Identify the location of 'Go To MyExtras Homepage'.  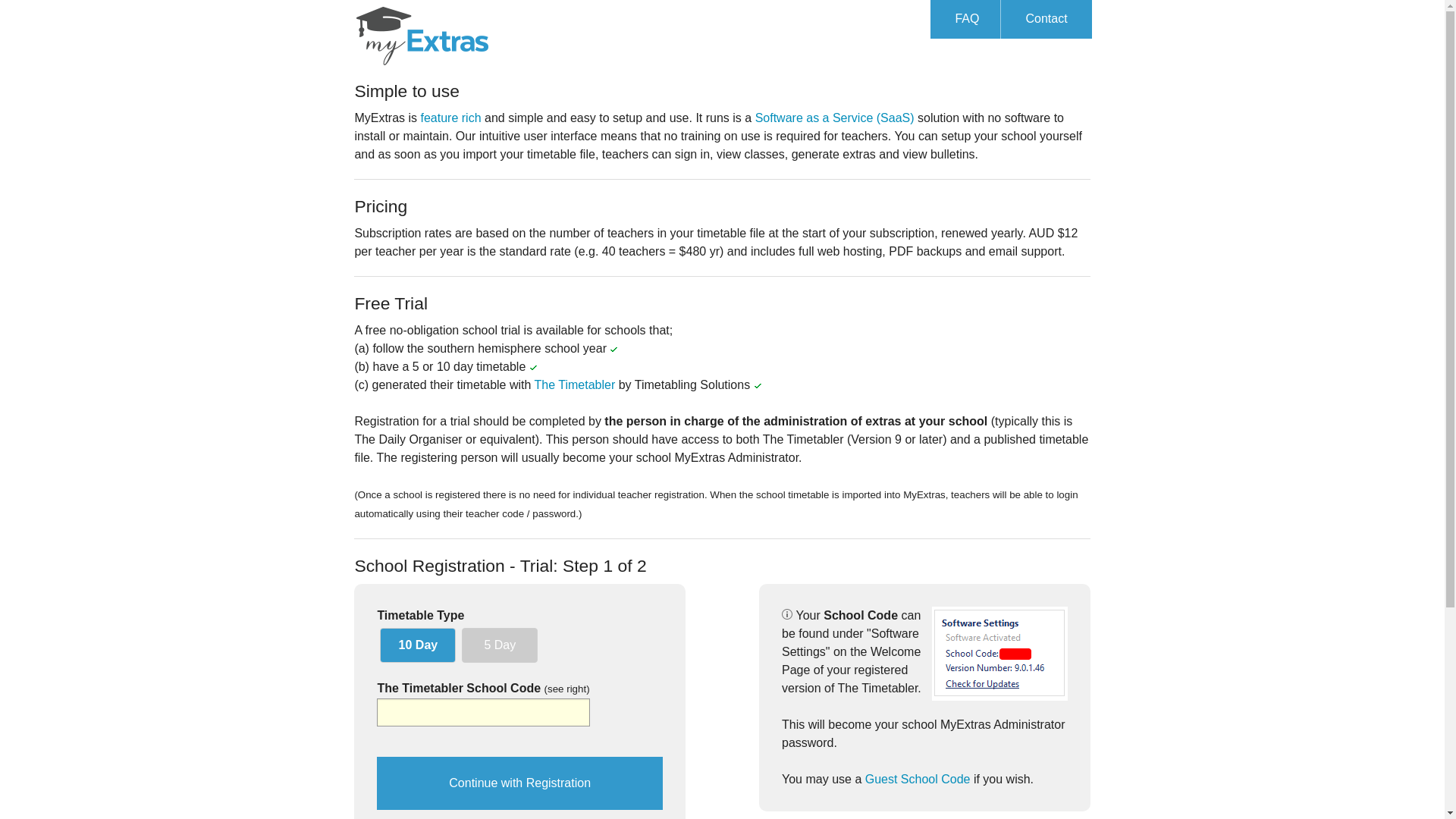
(422, 33).